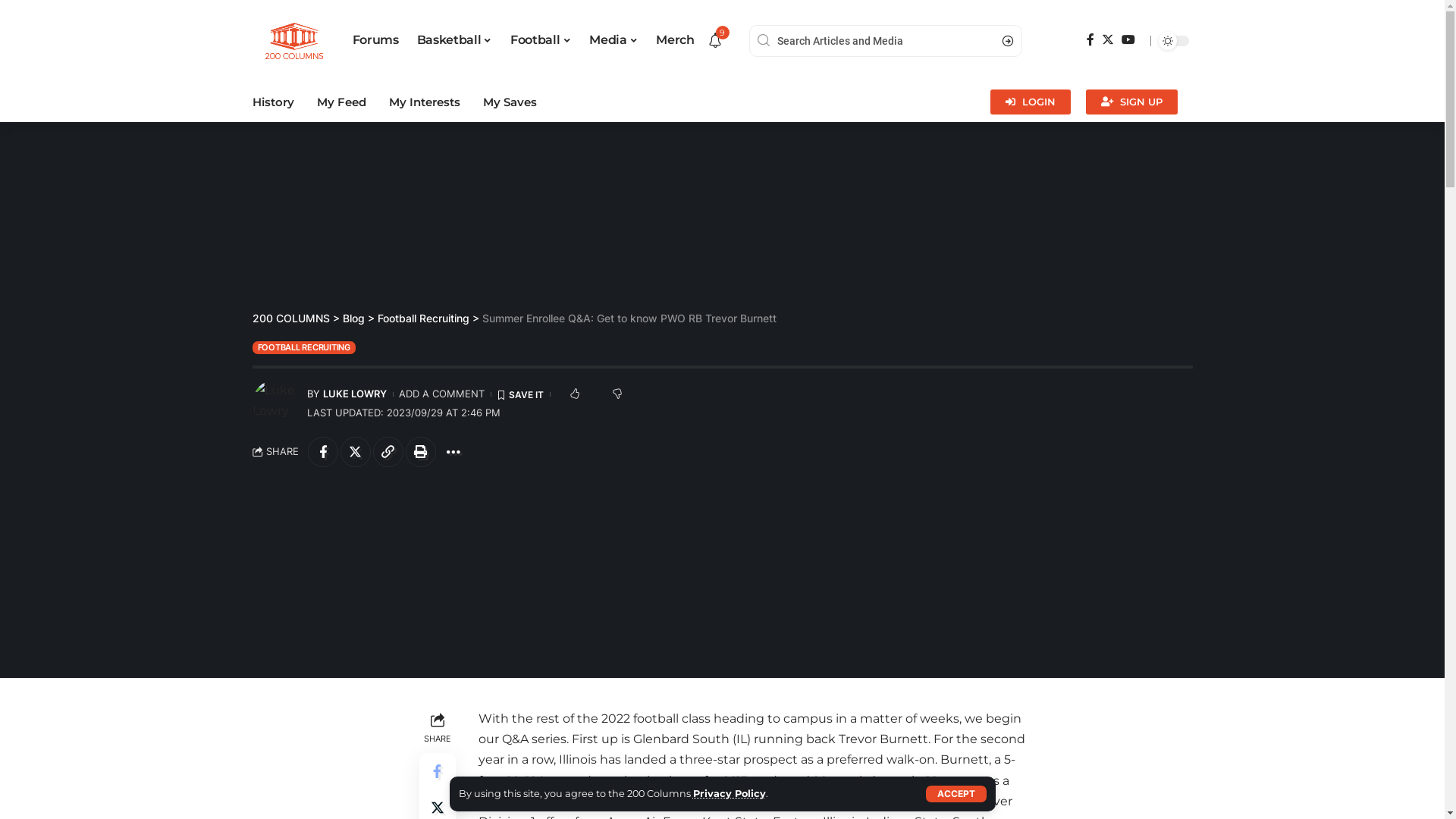 Image resolution: width=1456 pixels, height=819 pixels. Describe the element at coordinates (1002, 40) in the screenshot. I see `'Search'` at that location.